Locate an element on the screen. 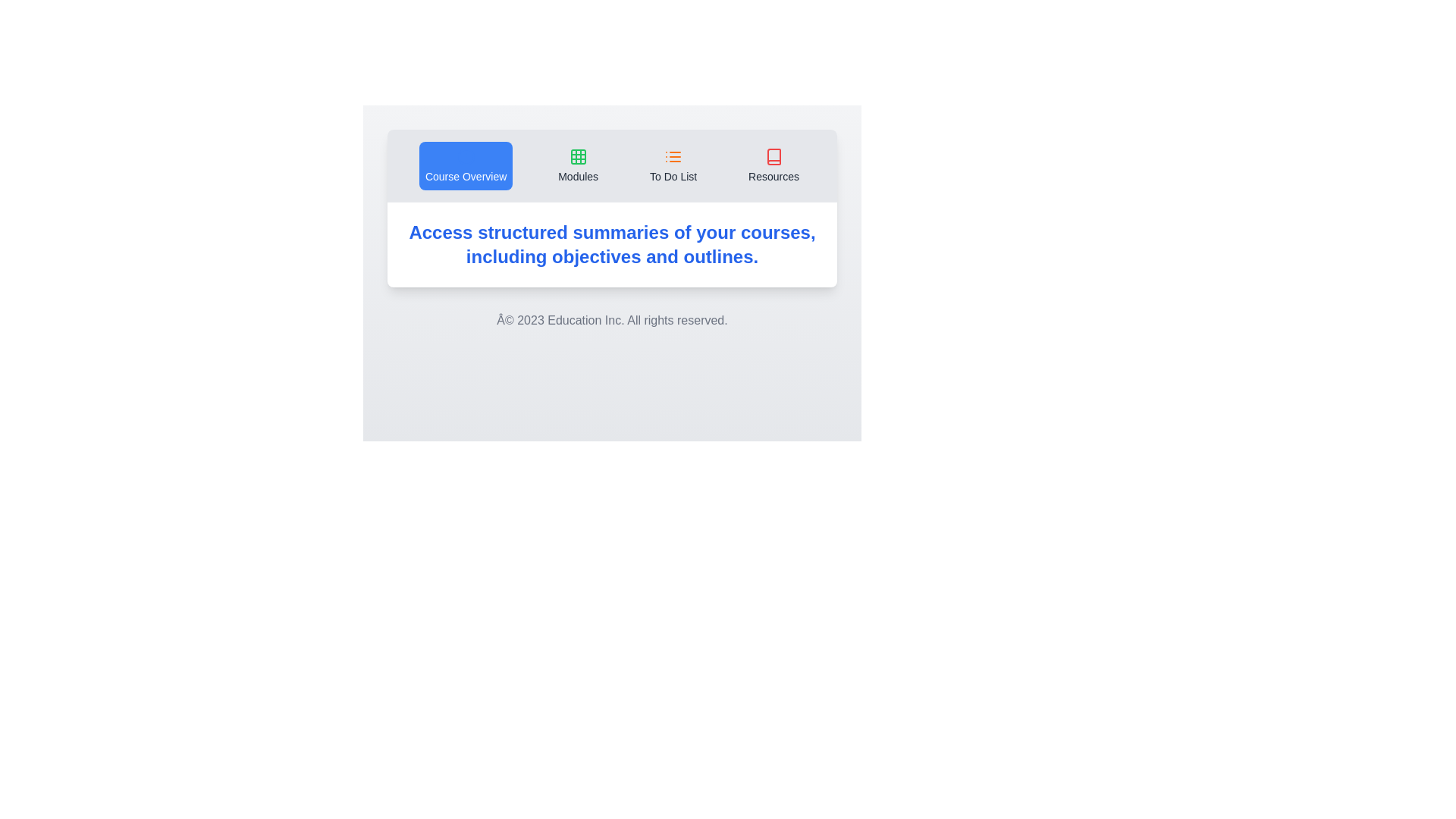 The width and height of the screenshot is (1456, 819). the tab button labeled Modules to preview its hover effect is located at coordinates (577, 166).